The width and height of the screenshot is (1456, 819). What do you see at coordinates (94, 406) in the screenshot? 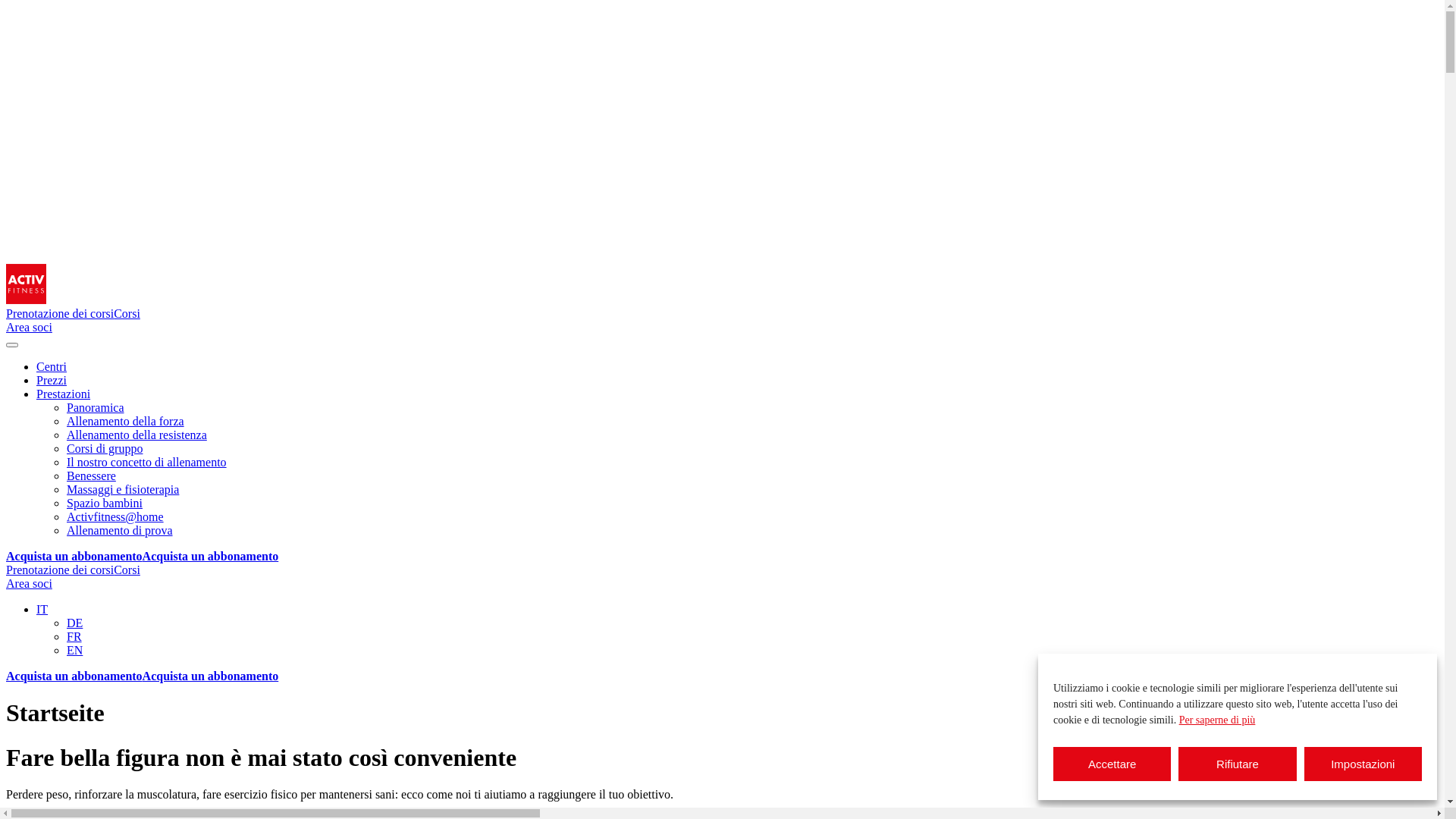
I see `'Panoramica'` at bounding box center [94, 406].